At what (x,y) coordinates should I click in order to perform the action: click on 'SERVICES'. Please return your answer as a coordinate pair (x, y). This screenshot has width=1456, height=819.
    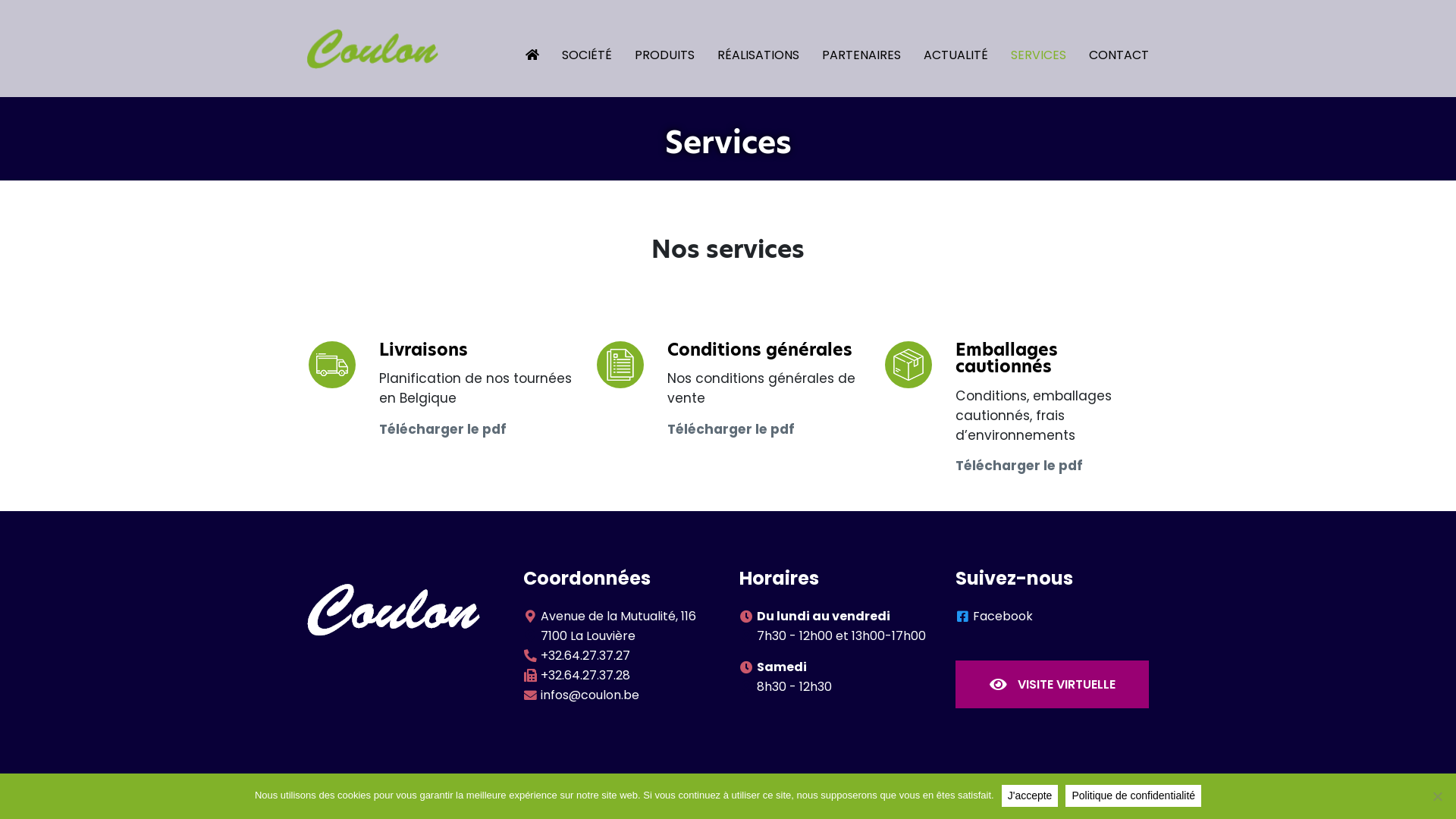
    Looking at the image, I should click on (1027, 47).